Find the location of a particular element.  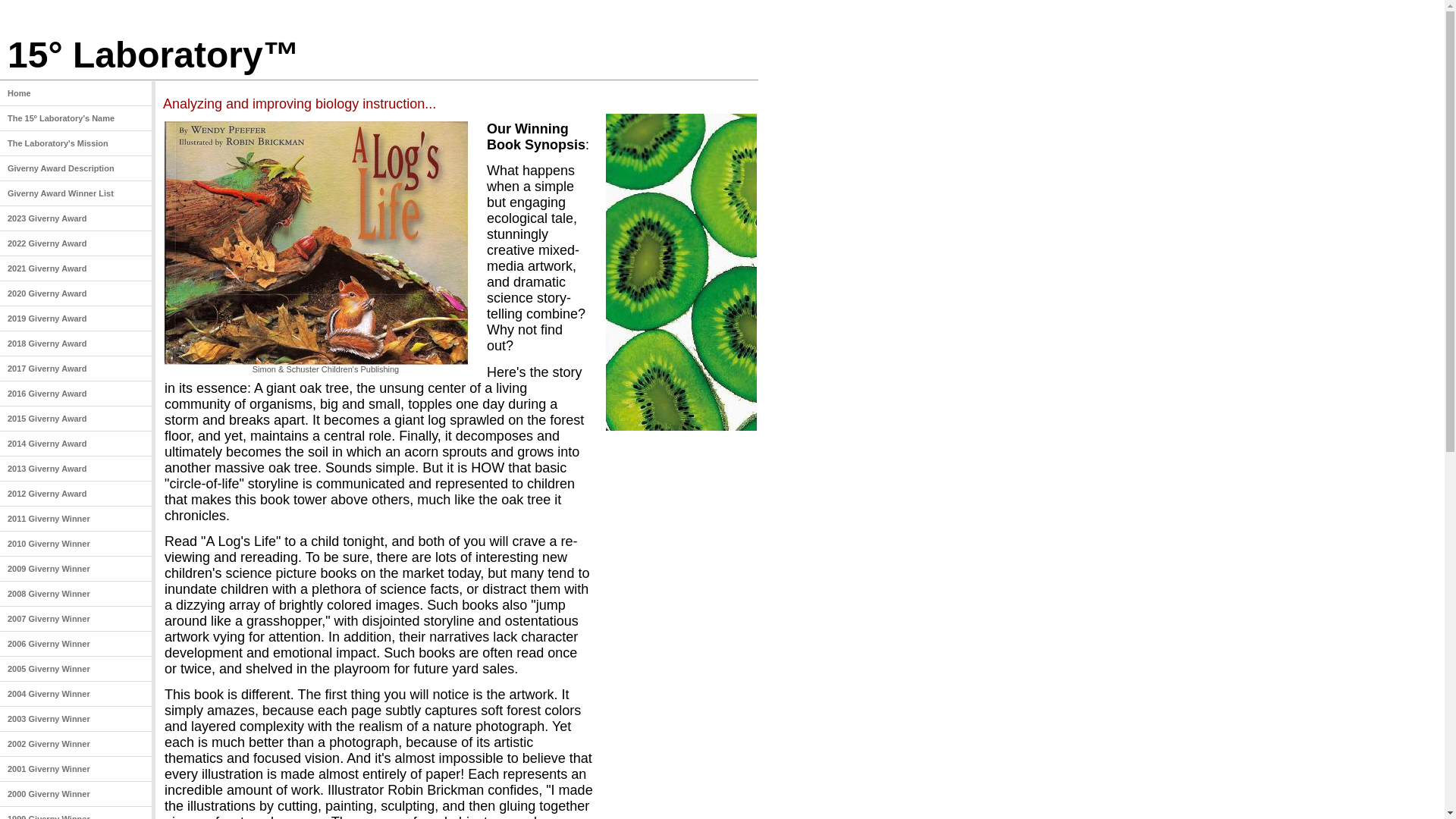

'2007 Giverny Winner' is located at coordinates (75, 619).